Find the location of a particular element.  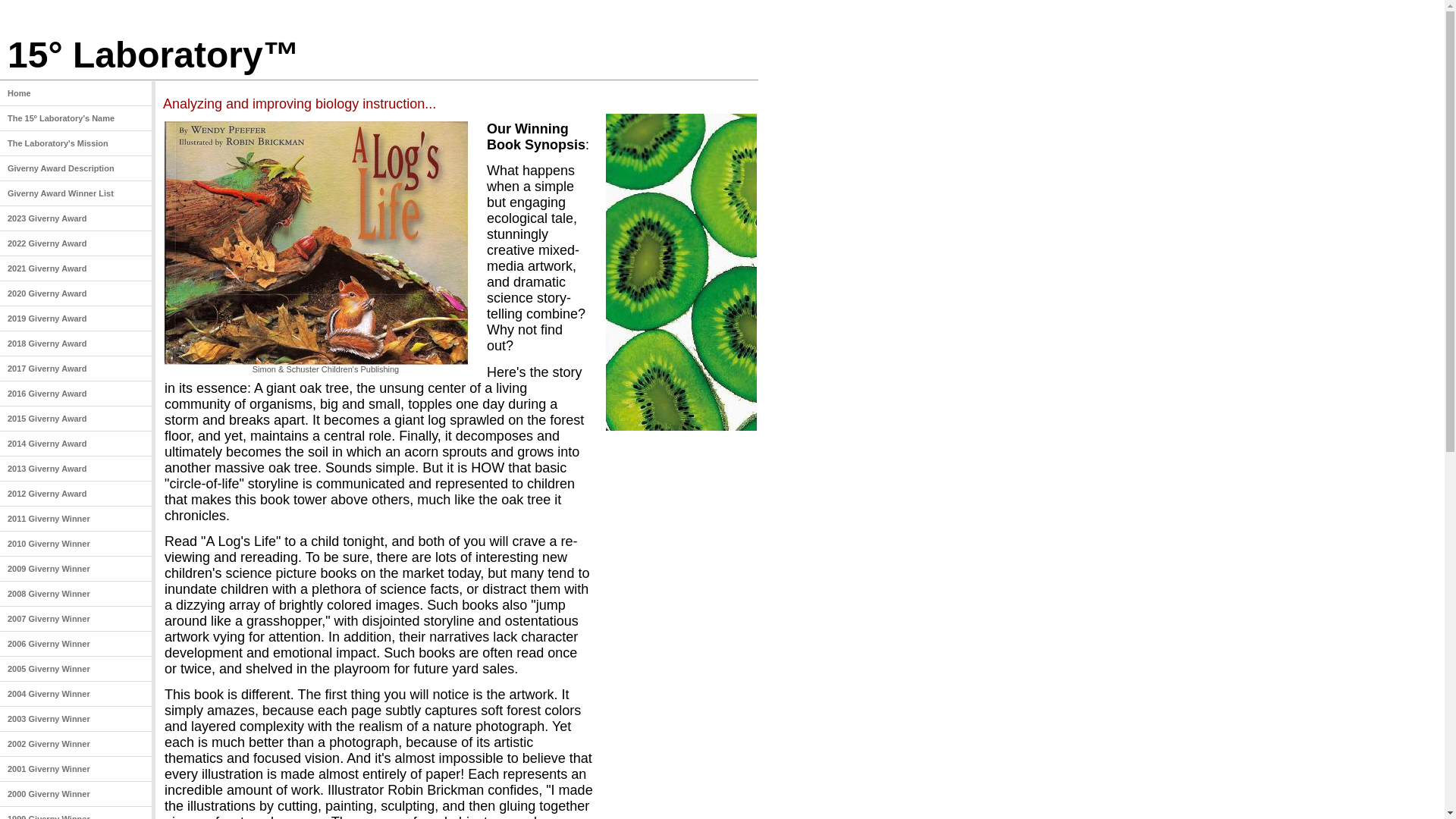

'2007 Giverny Winner' is located at coordinates (75, 619).